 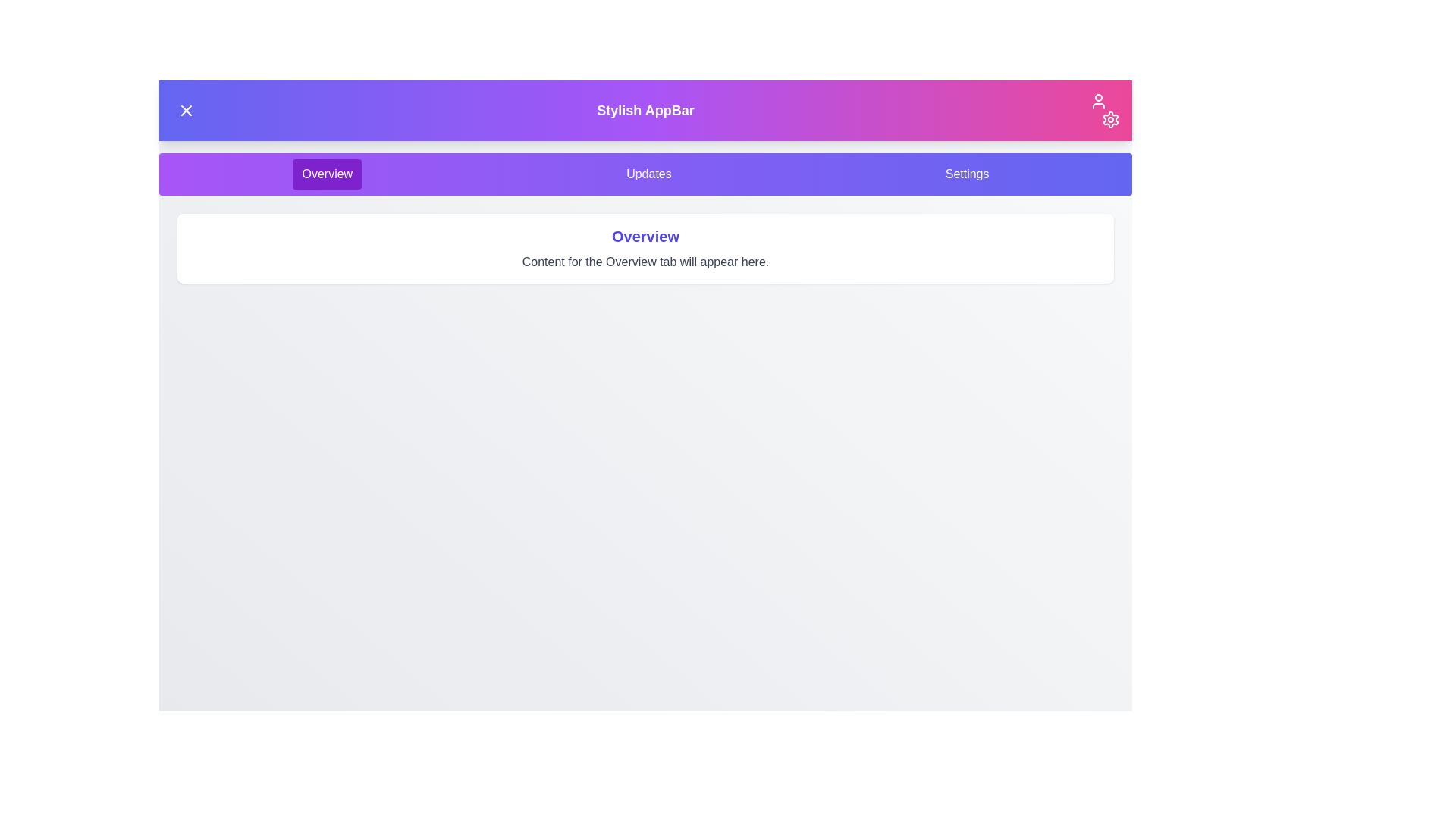 I want to click on the Settings tab by clicking on it, so click(x=966, y=174).